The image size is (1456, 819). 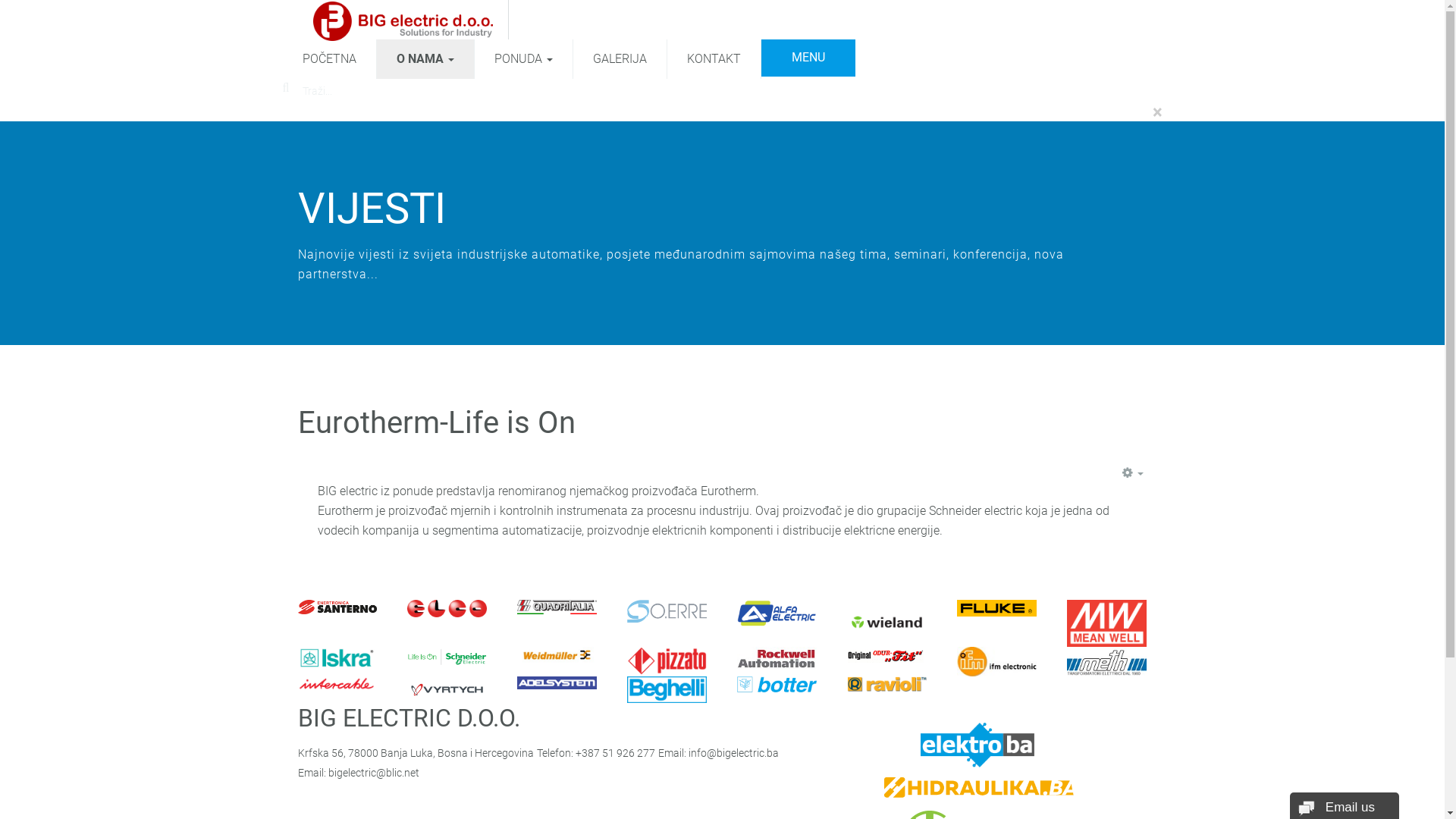 I want to click on 'MENU', so click(x=807, y=57).